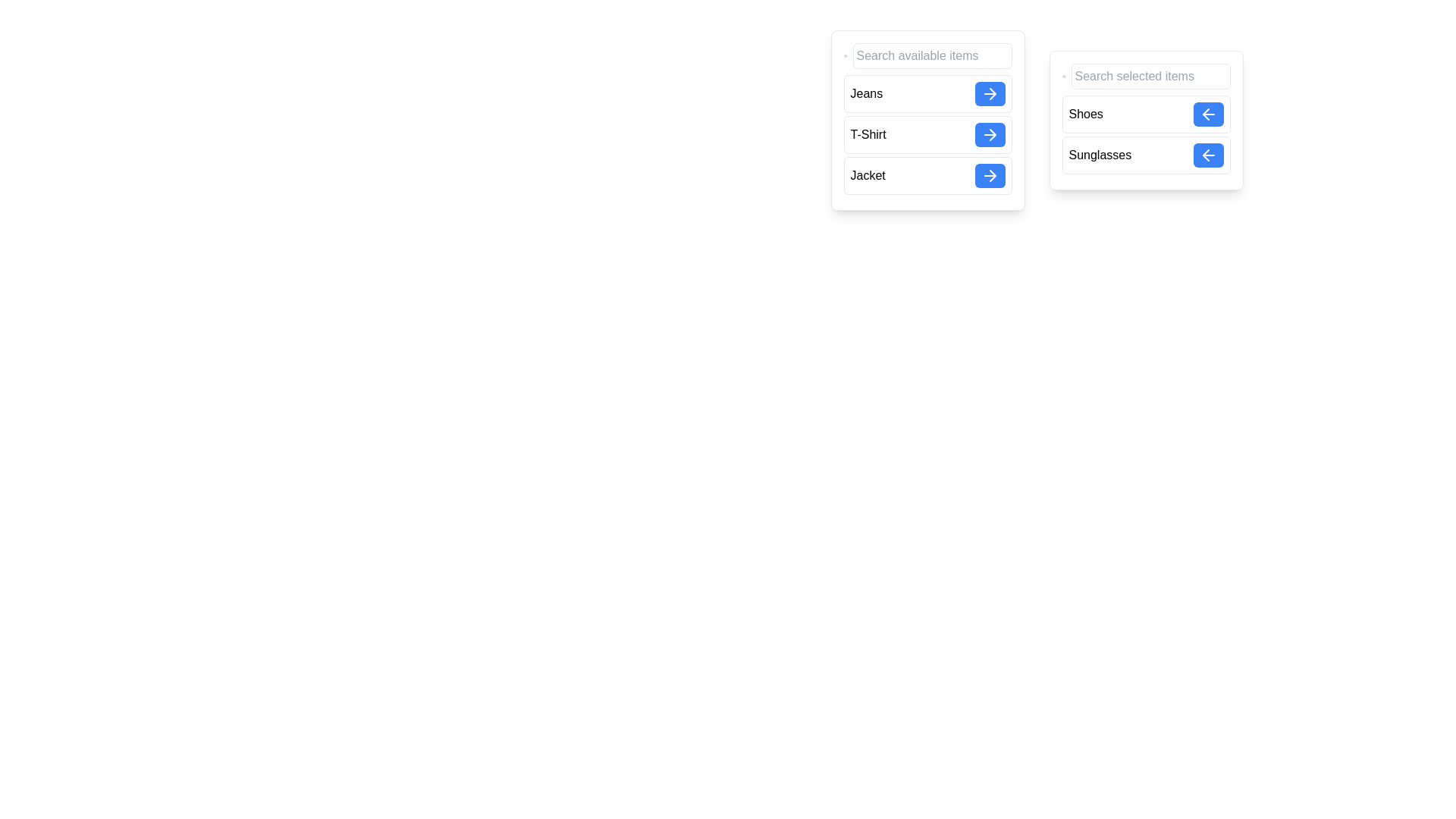 This screenshot has width=1456, height=819. I want to click on the leftward-pointing arrow icon in the rightmost column of the interface that indicates a back or undo action related to removing an item from the selected items list, so click(1204, 155).